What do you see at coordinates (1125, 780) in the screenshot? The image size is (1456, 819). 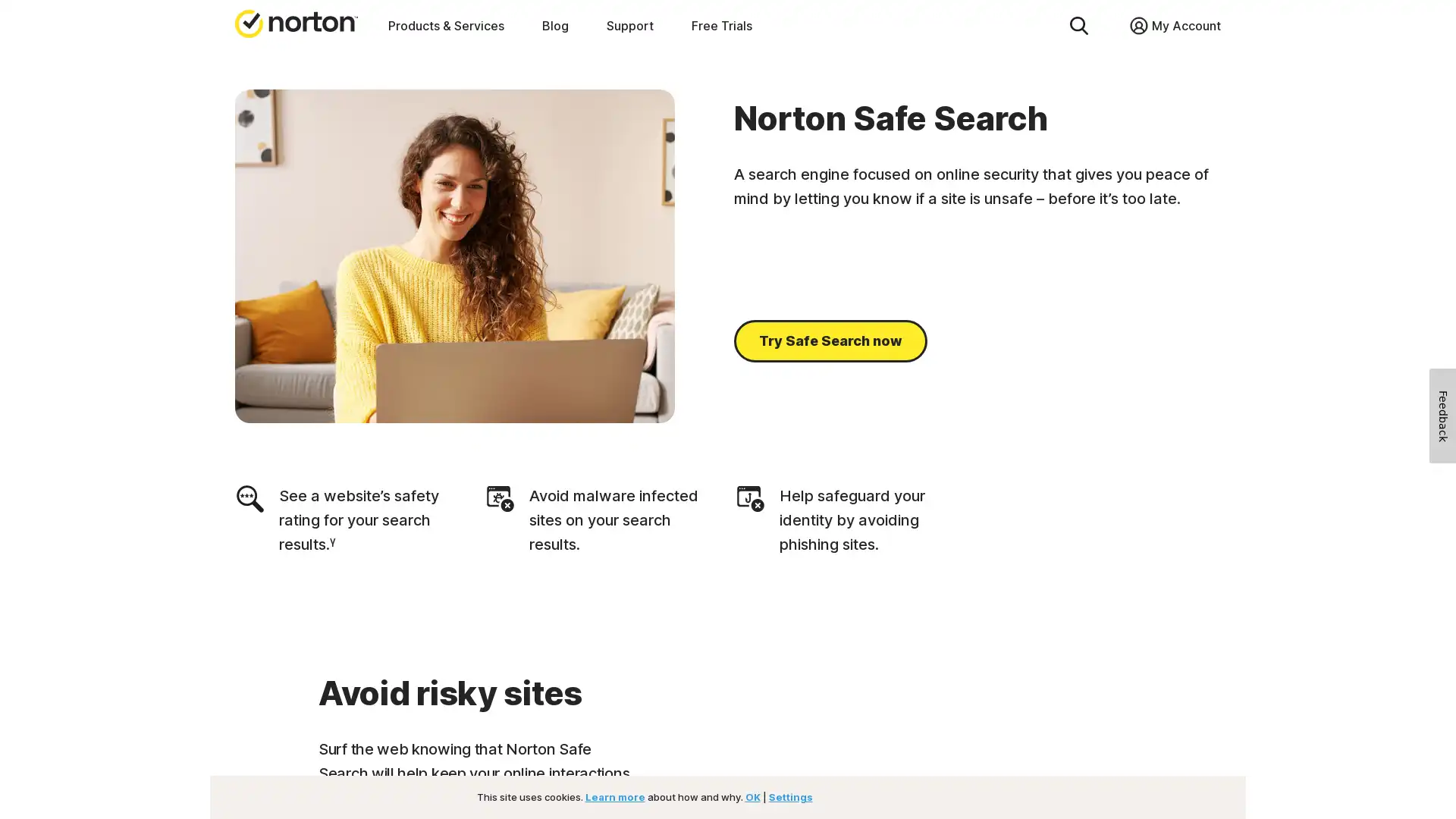 I see `Close consent Widget` at bounding box center [1125, 780].